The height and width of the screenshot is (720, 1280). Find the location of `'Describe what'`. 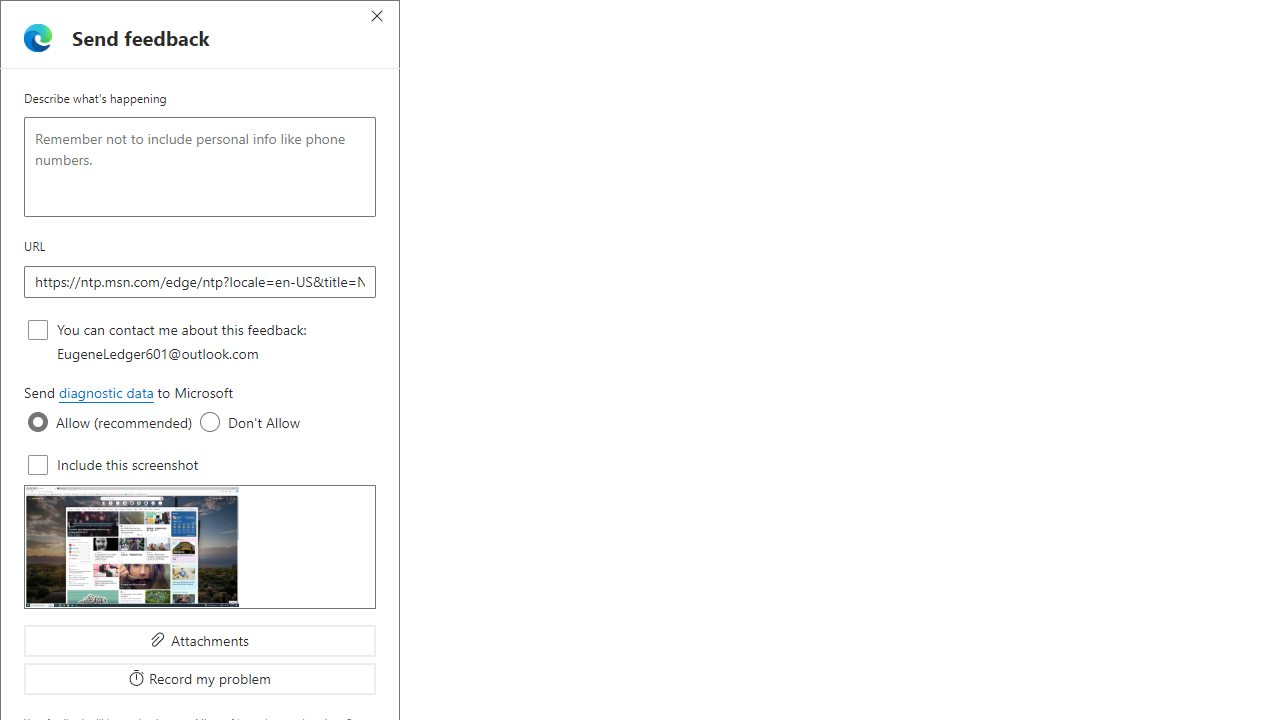

'Describe what' is located at coordinates (200, 166).